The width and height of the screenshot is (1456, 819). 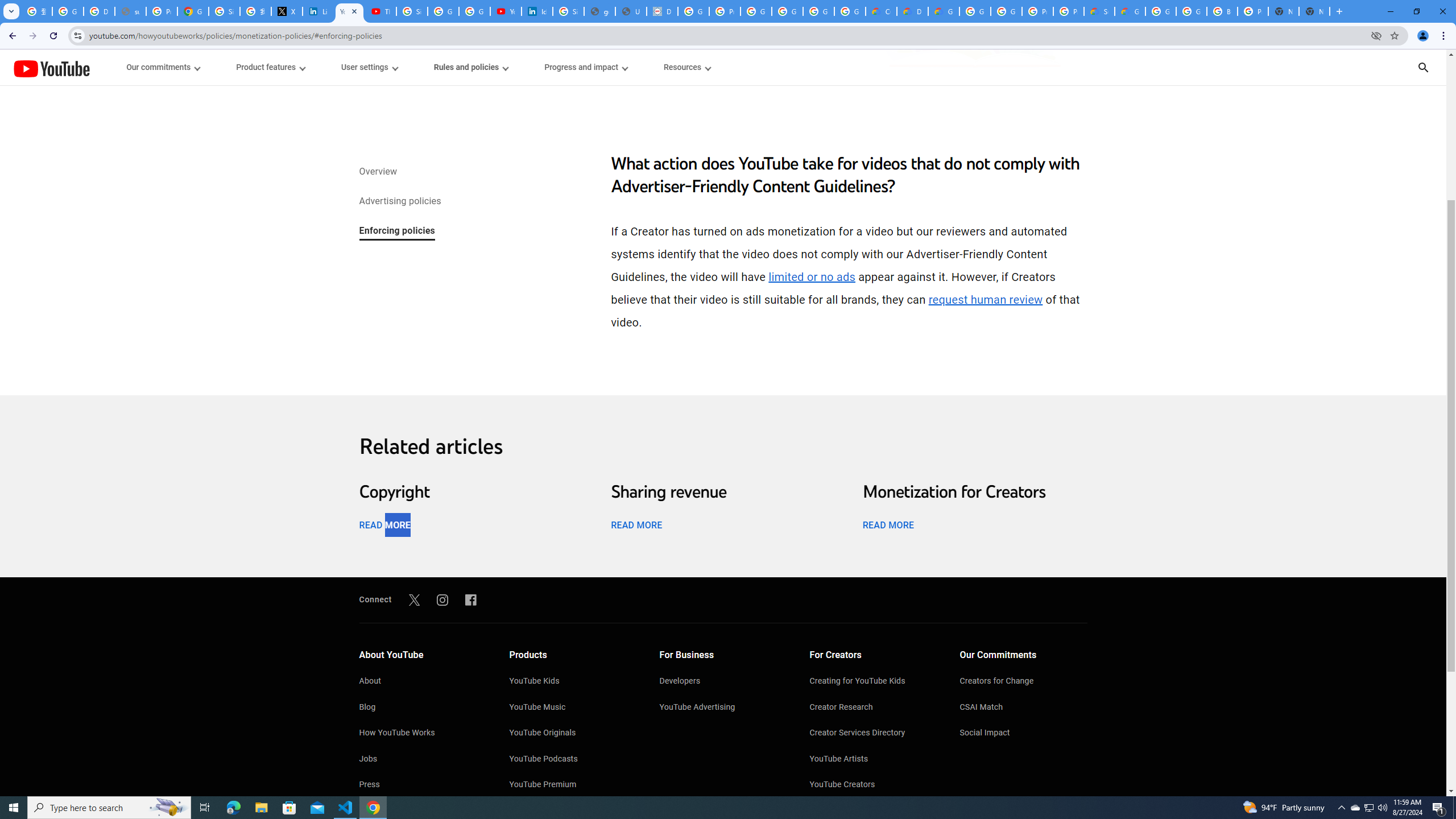 I want to click on 'Progress and impact menupopup', so click(x=586, y=67).